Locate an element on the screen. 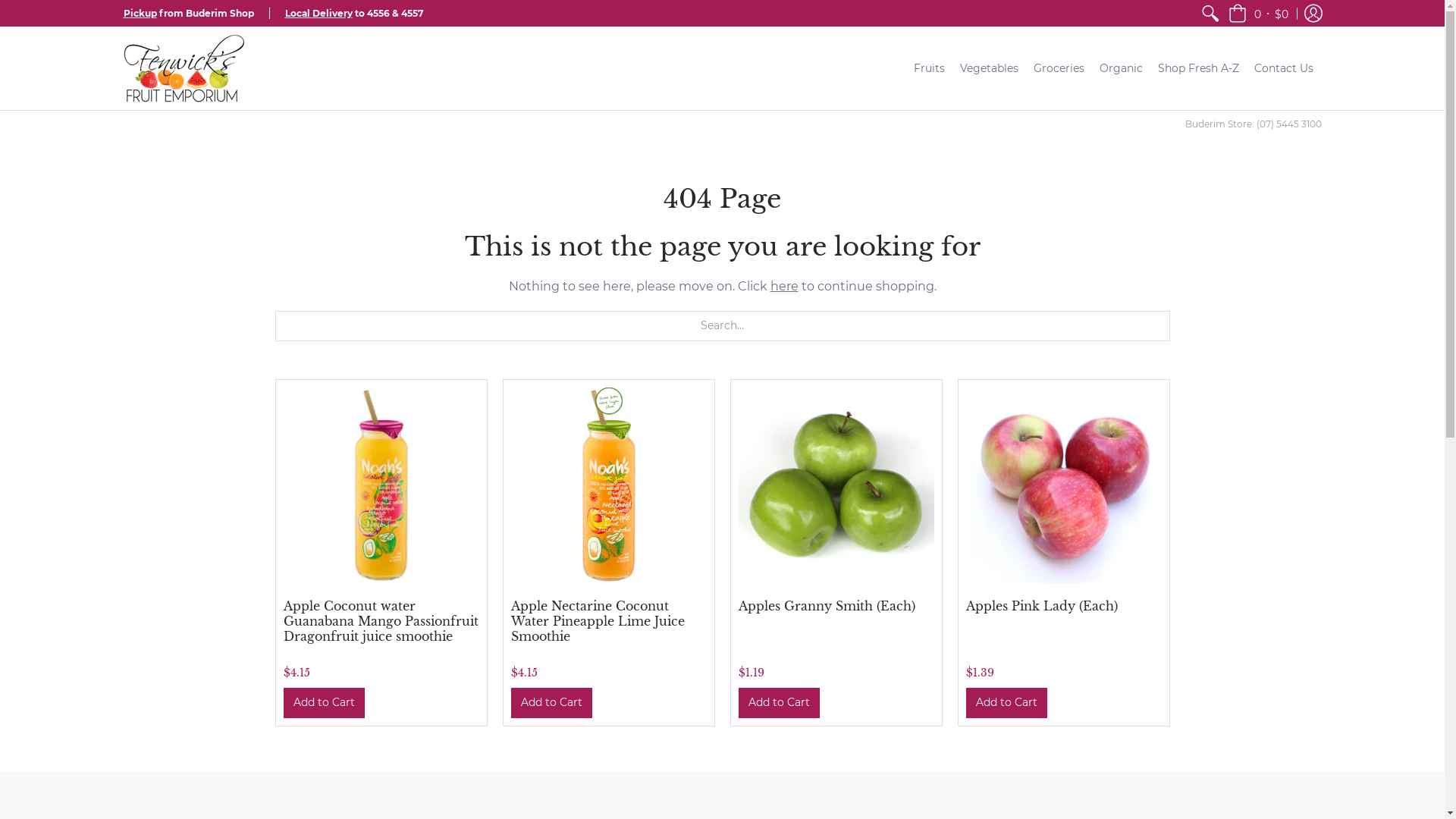 The width and height of the screenshot is (1456, 819). 'Apples Granny Smith (Each)' is located at coordinates (826, 604).